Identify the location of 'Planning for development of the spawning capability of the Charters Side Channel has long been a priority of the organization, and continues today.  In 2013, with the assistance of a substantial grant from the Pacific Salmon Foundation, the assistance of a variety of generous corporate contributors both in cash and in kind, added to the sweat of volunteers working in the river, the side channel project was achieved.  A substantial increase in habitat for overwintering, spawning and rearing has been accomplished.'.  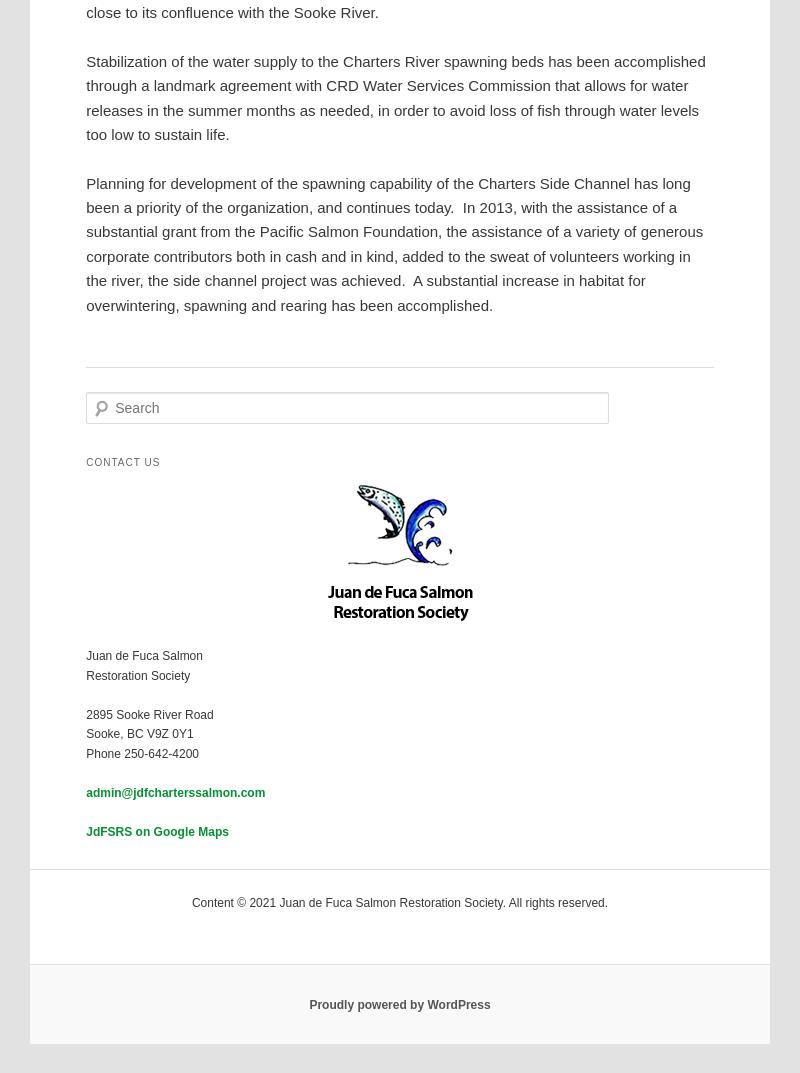
(393, 242).